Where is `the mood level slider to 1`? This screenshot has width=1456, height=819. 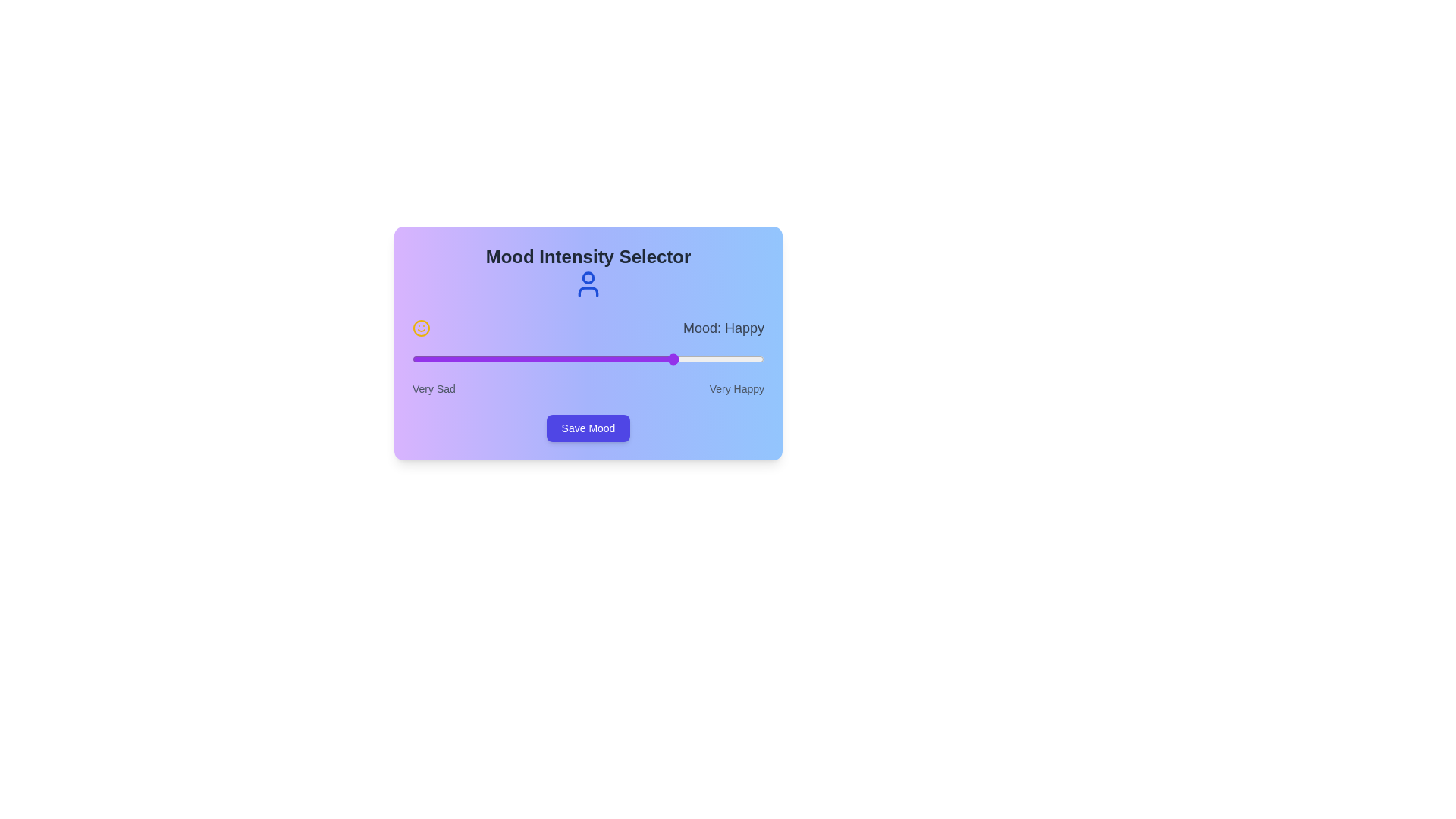 the mood level slider to 1 is located at coordinates (500, 359).